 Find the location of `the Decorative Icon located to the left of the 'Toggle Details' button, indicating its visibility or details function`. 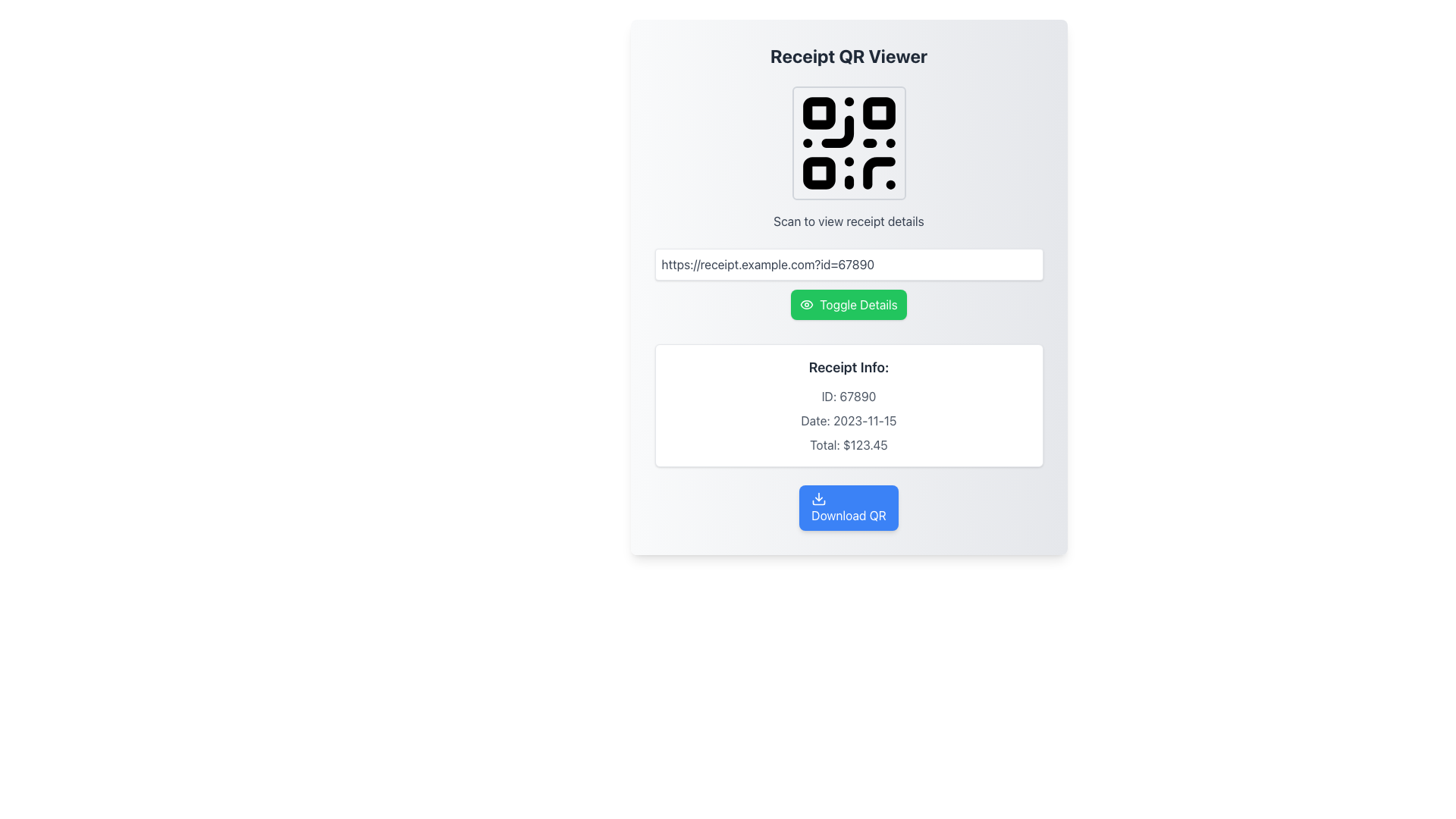

the Decorative Icon located to the left of the 'Toggle Details' button, indicating its visibility or details function is located at coordinates (806, 304).